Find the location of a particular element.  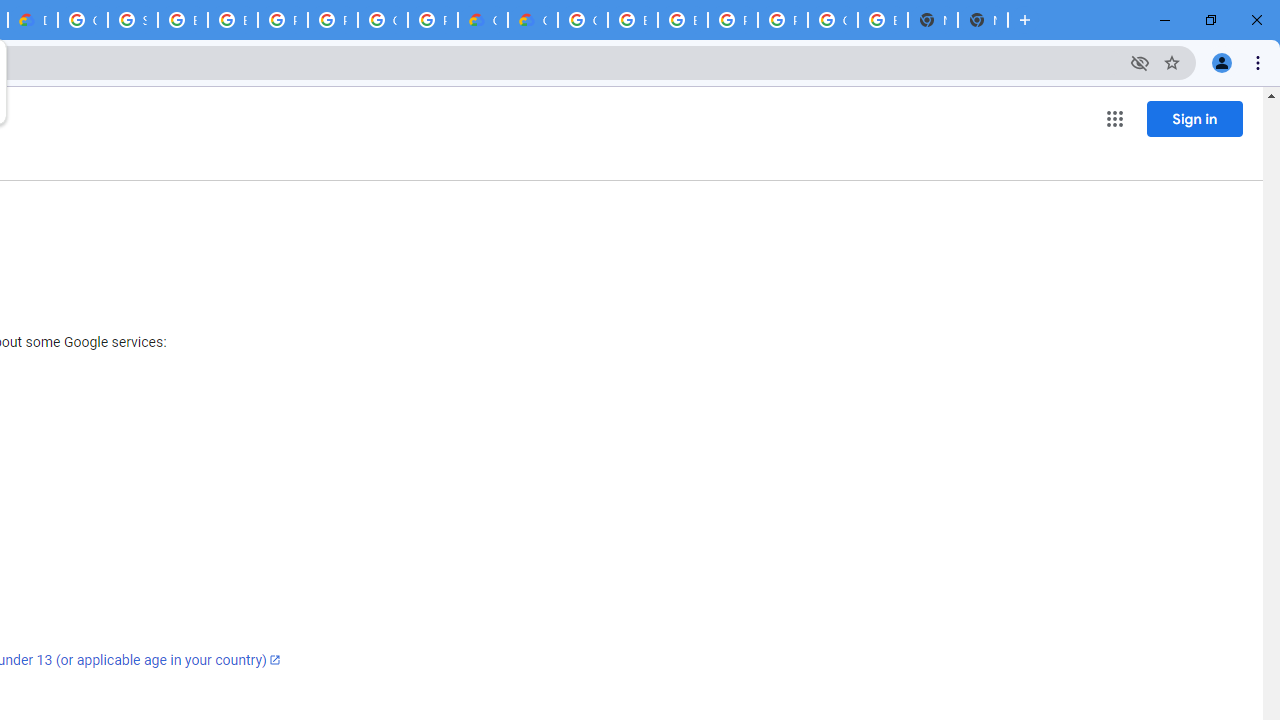

'Browse Chrome as a guest - Computer - Google Chrome Help' is located at coordinates (682, 20).